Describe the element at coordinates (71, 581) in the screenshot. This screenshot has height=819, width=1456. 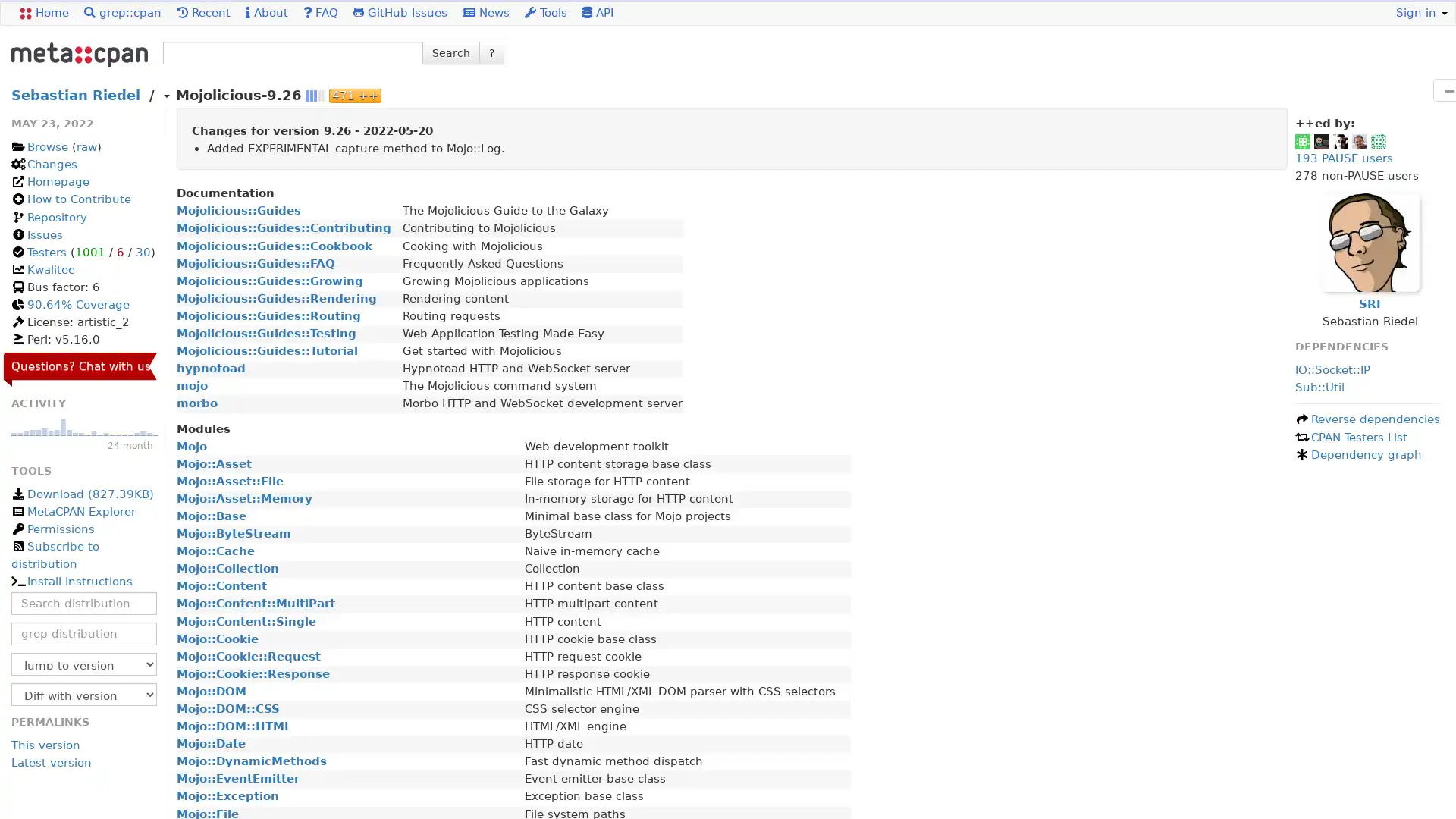
I see `Install Instructions` at that location.